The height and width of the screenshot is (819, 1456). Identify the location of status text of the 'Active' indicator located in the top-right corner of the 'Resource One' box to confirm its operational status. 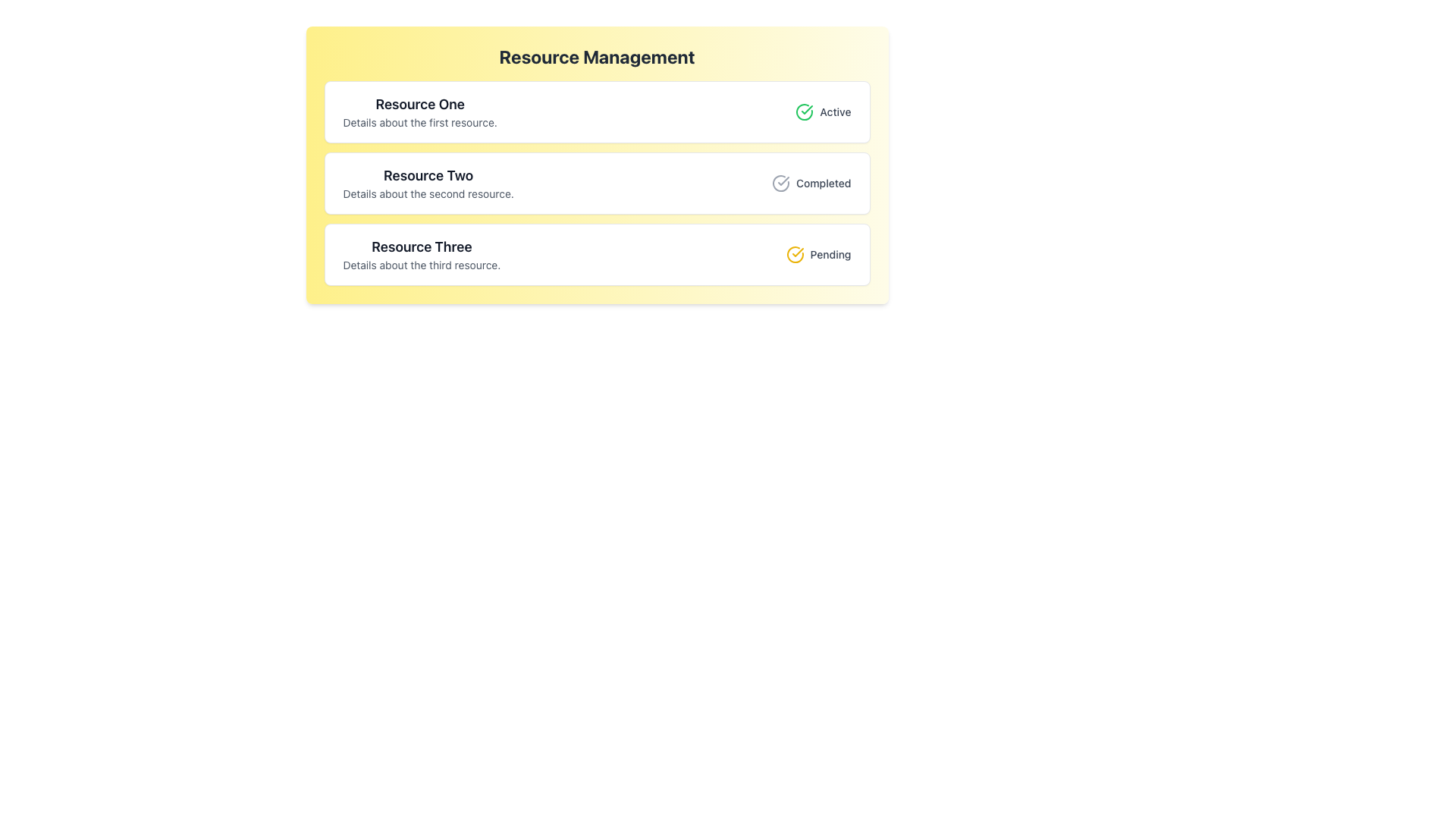
(822, 111).